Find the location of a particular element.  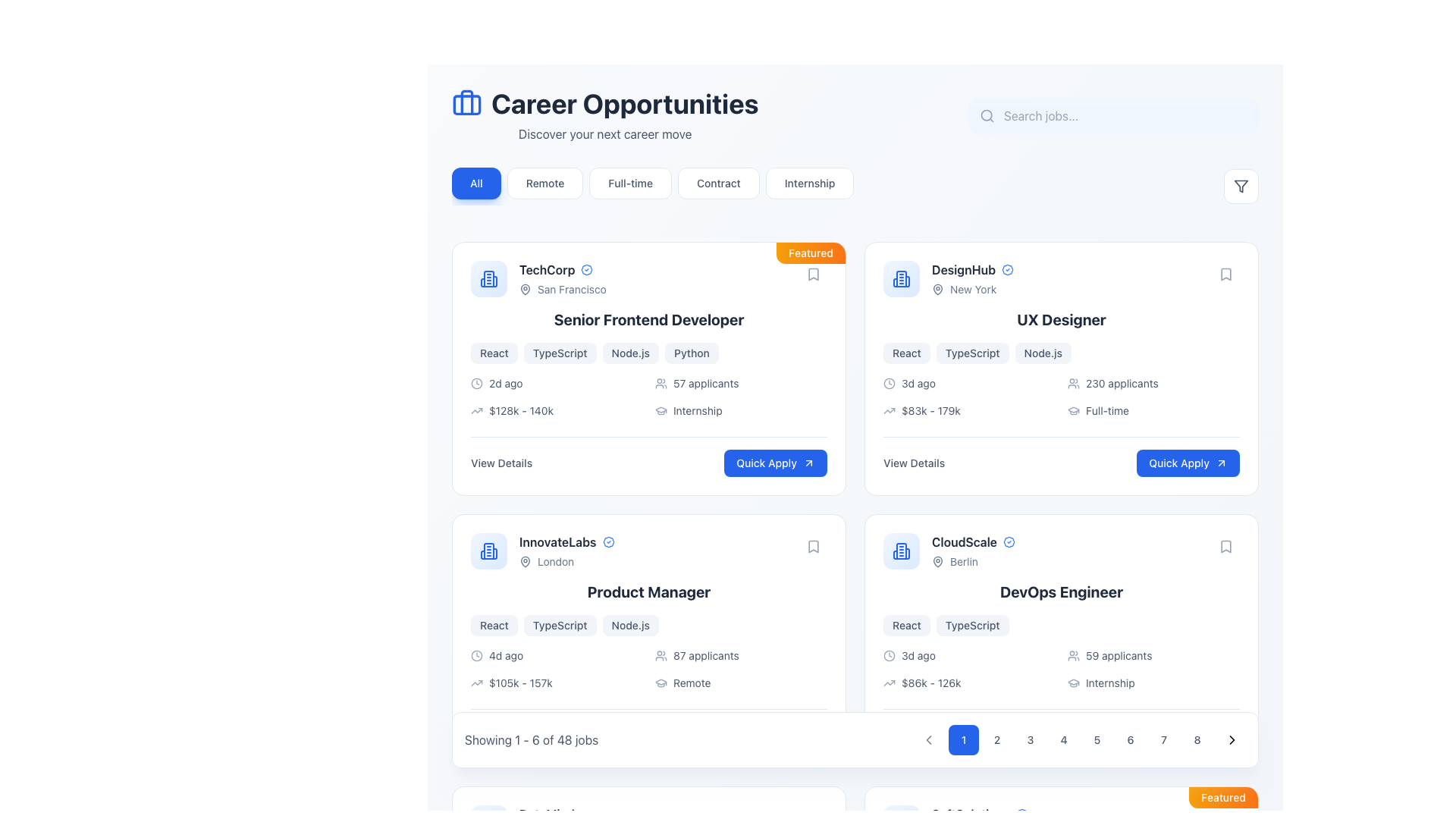

the 'Apply' button located in the bottom-right corner of the 'DesignHub - UX Designer' job listing card is located at coordinates (1188, 462).